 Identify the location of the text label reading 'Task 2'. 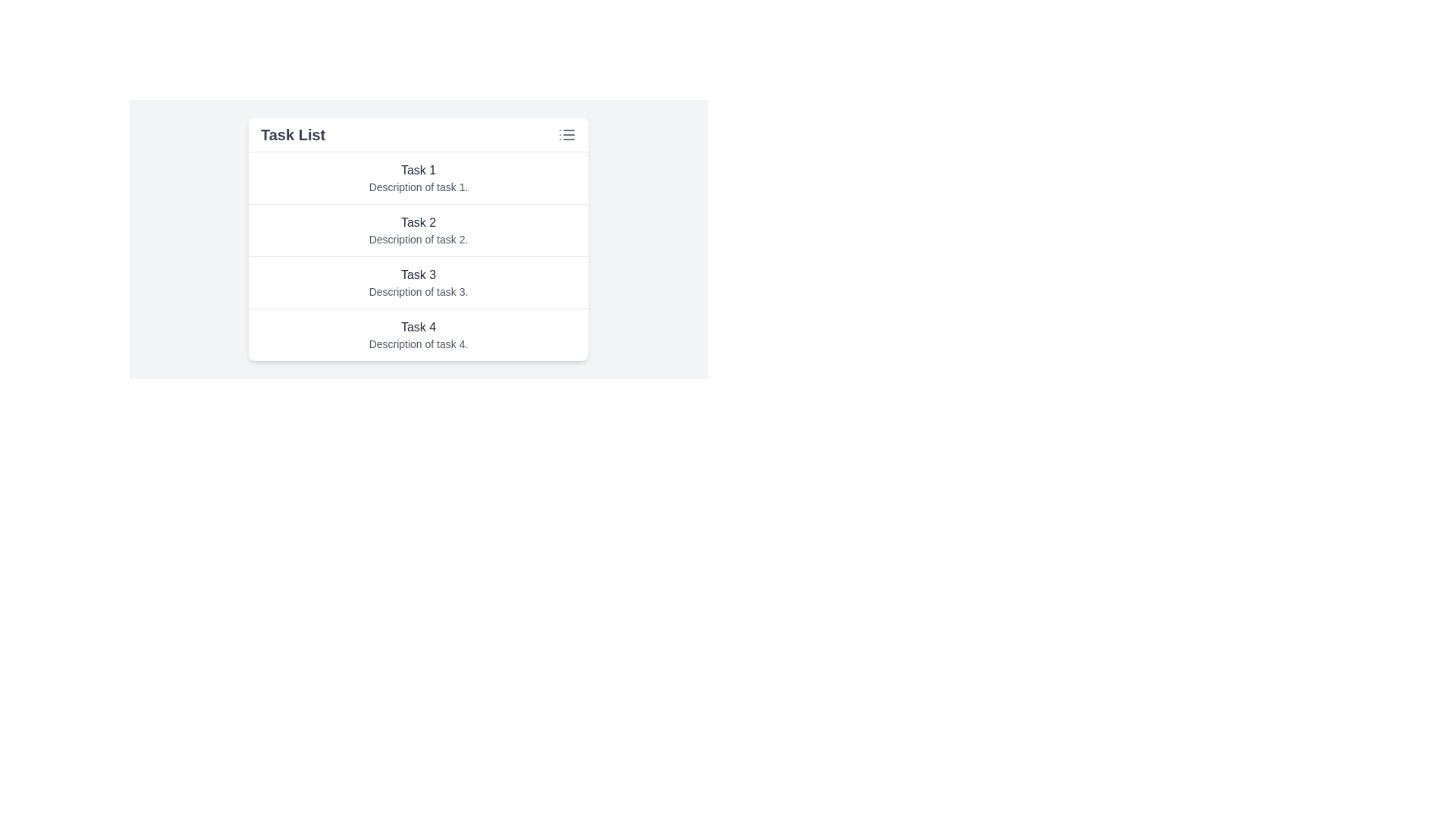
(419, 222).